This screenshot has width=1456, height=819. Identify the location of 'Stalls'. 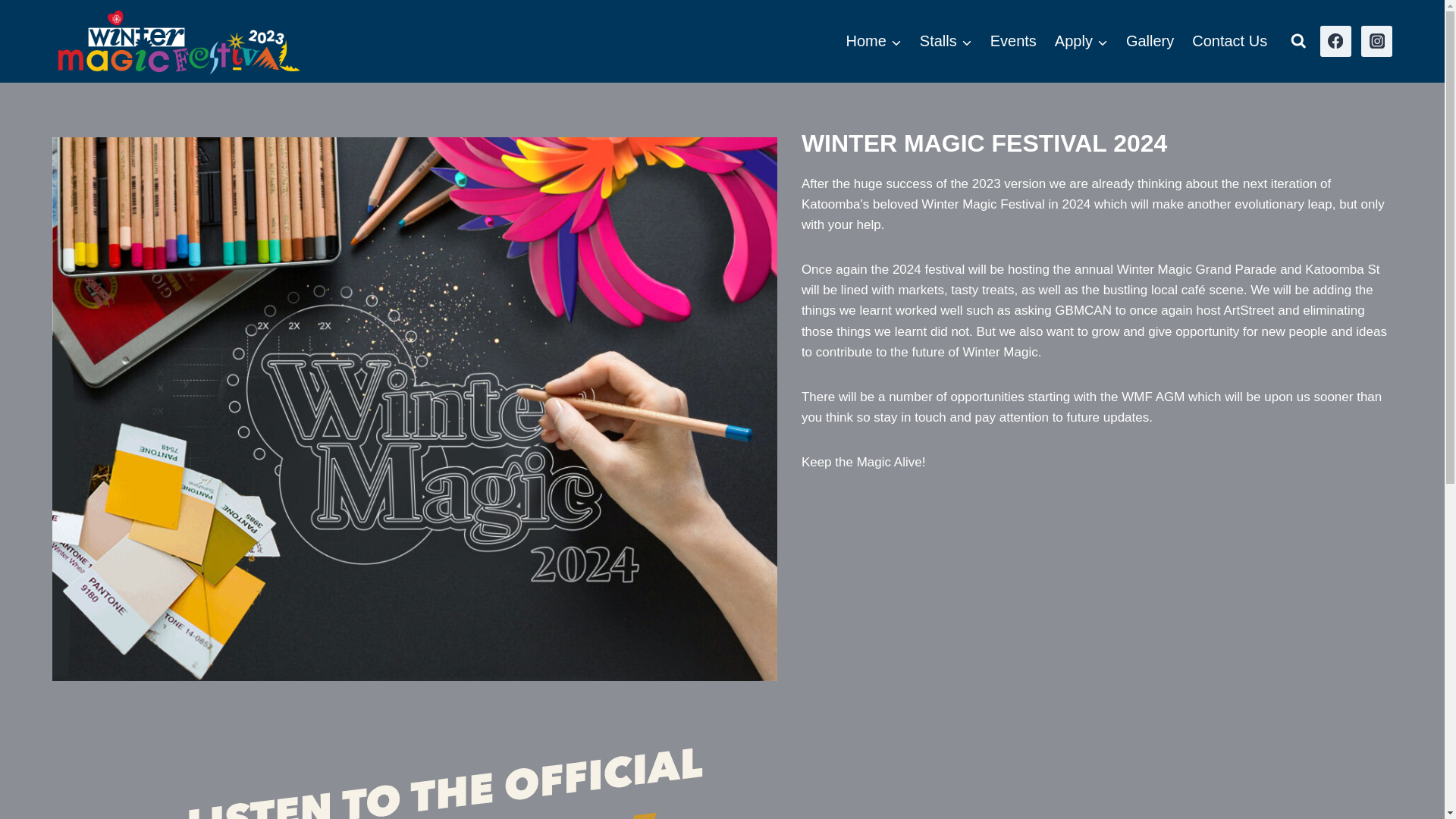
(945, 40).